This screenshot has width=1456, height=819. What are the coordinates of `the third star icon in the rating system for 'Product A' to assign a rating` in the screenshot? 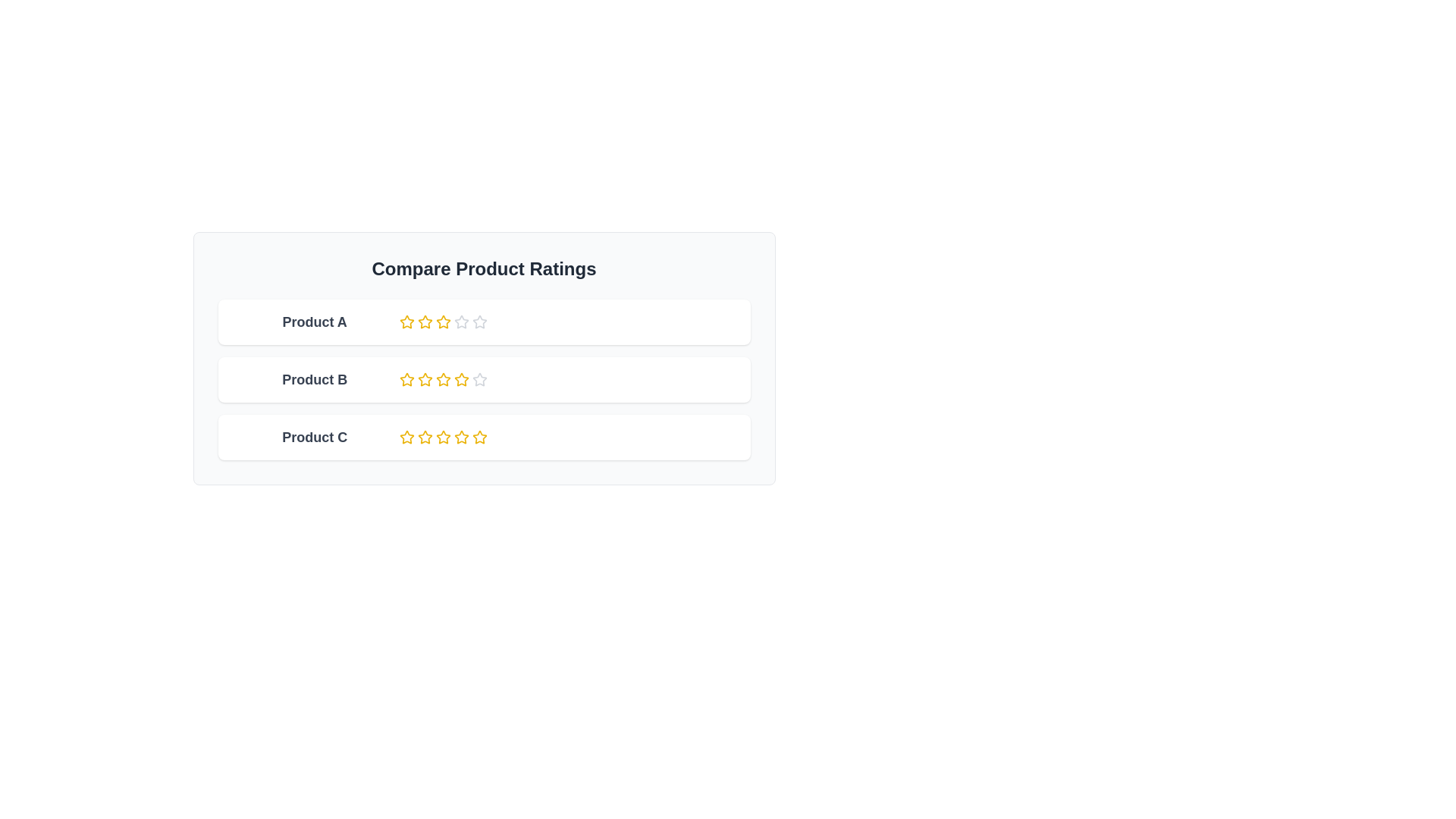 It's located at (425, 321).